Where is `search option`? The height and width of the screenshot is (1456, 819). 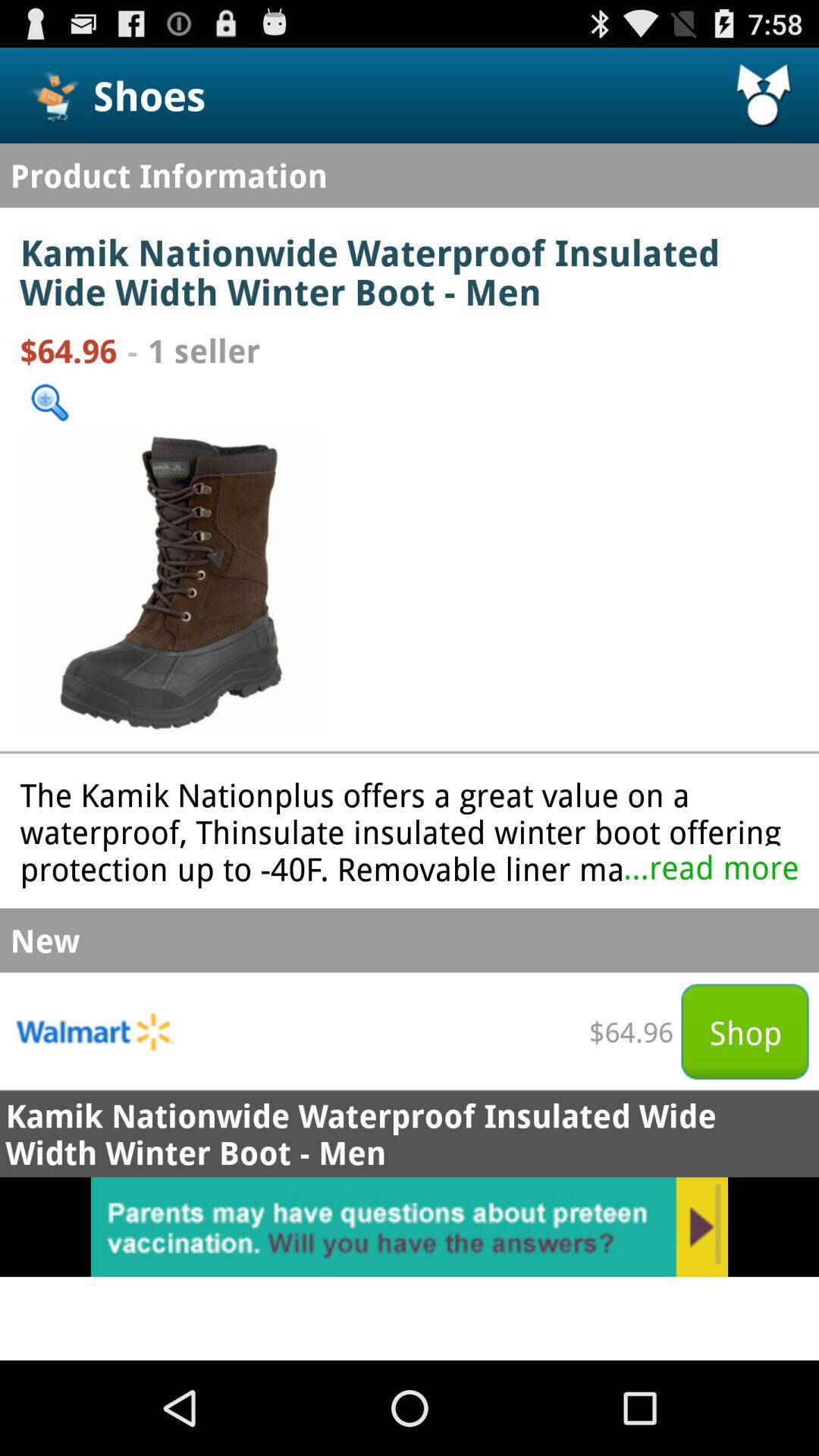
search option is located at coordinates (49, 403).